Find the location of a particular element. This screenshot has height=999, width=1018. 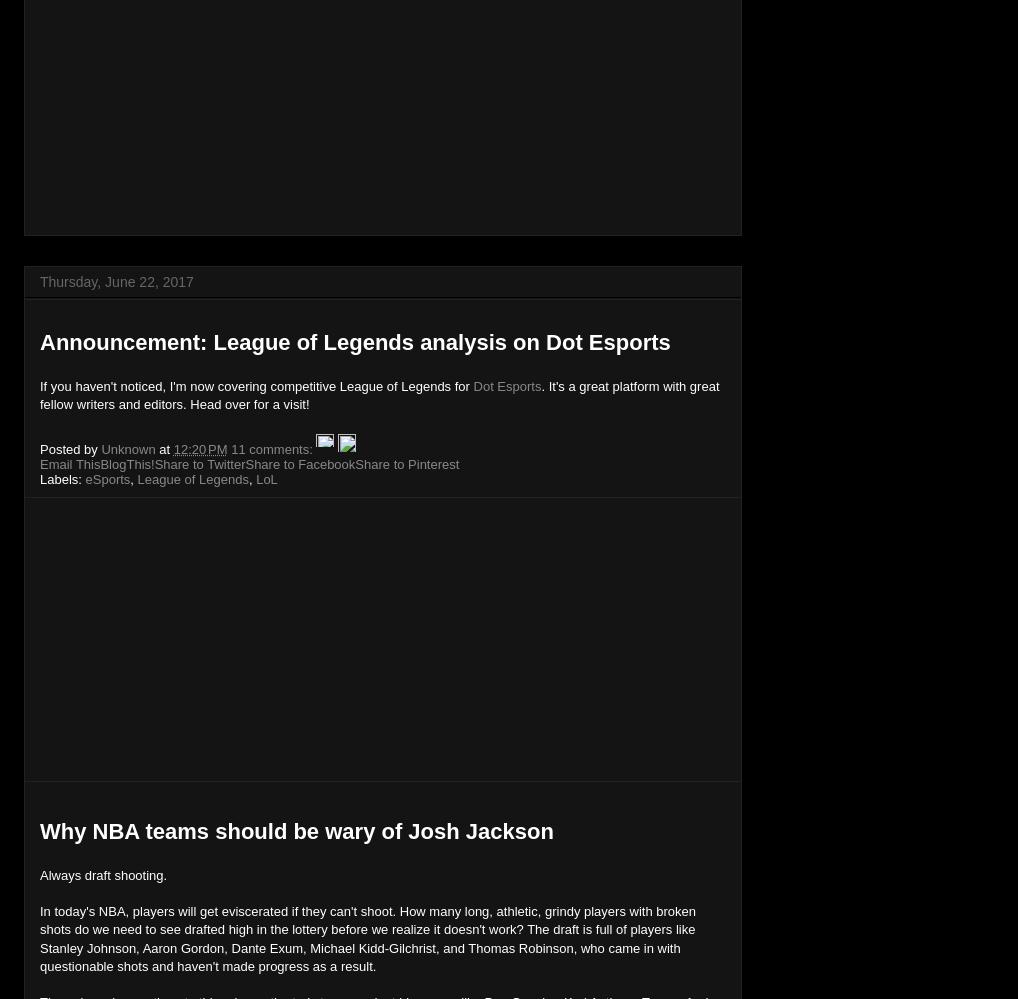

'BlogThis!' is located at coordinates (99, 463).